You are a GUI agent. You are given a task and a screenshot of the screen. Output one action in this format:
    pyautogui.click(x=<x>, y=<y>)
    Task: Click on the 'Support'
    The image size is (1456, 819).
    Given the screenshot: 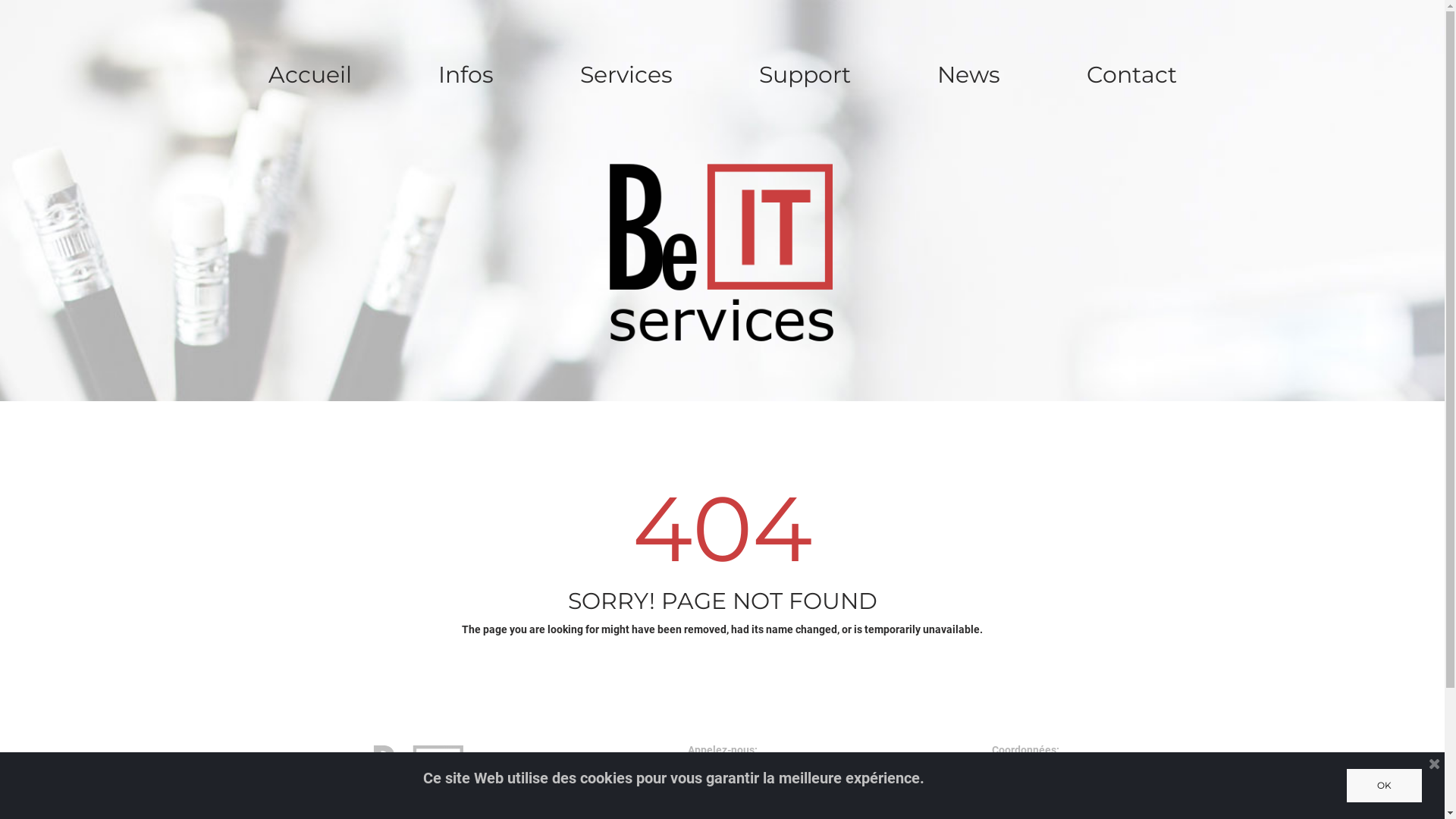 What is the action you would take?
    pyautogui.click(x=804, y=75)
    